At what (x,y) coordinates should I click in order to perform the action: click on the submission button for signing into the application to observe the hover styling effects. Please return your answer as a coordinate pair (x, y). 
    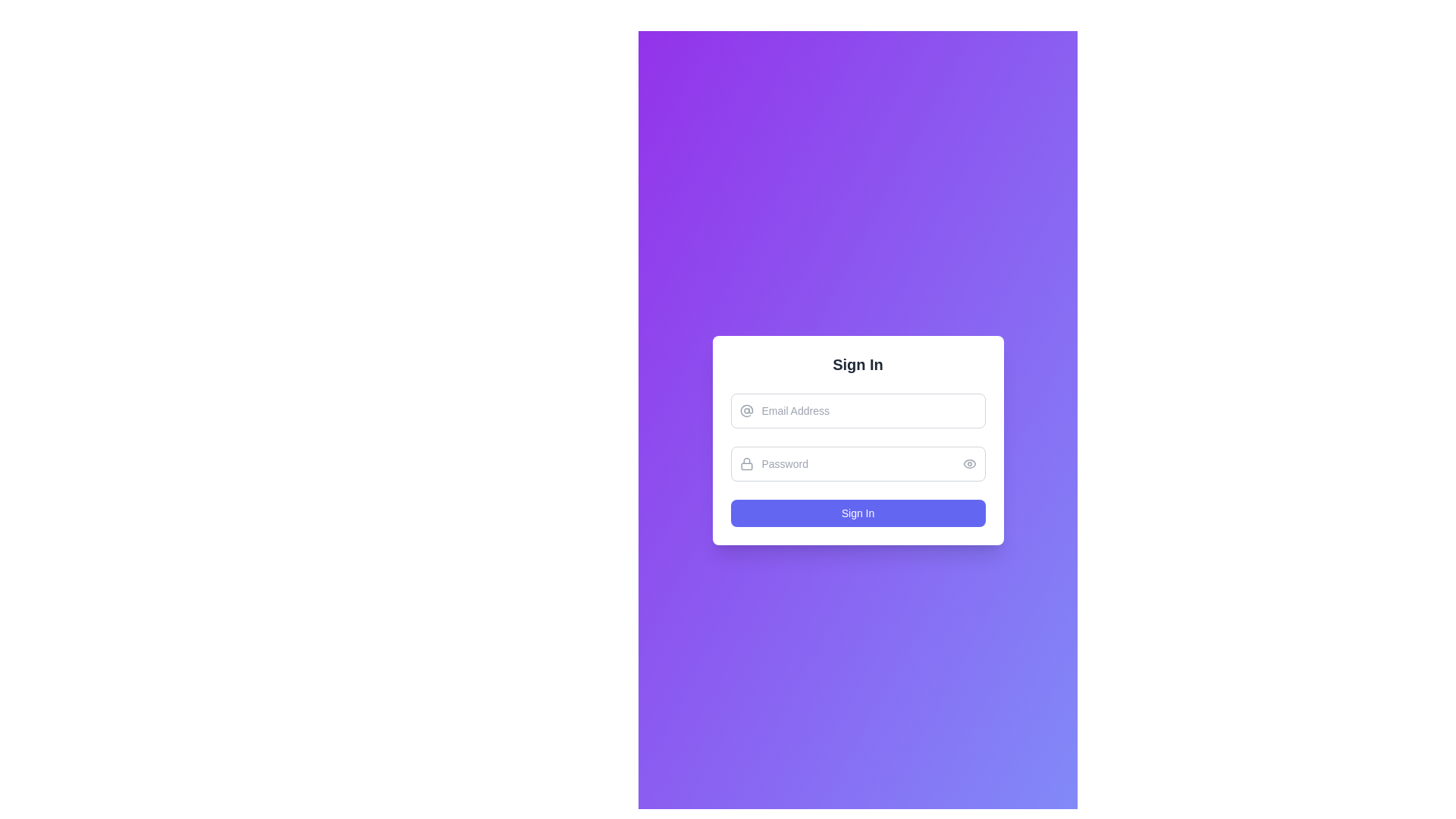
    Looking at the image, I should click on (858, 513).